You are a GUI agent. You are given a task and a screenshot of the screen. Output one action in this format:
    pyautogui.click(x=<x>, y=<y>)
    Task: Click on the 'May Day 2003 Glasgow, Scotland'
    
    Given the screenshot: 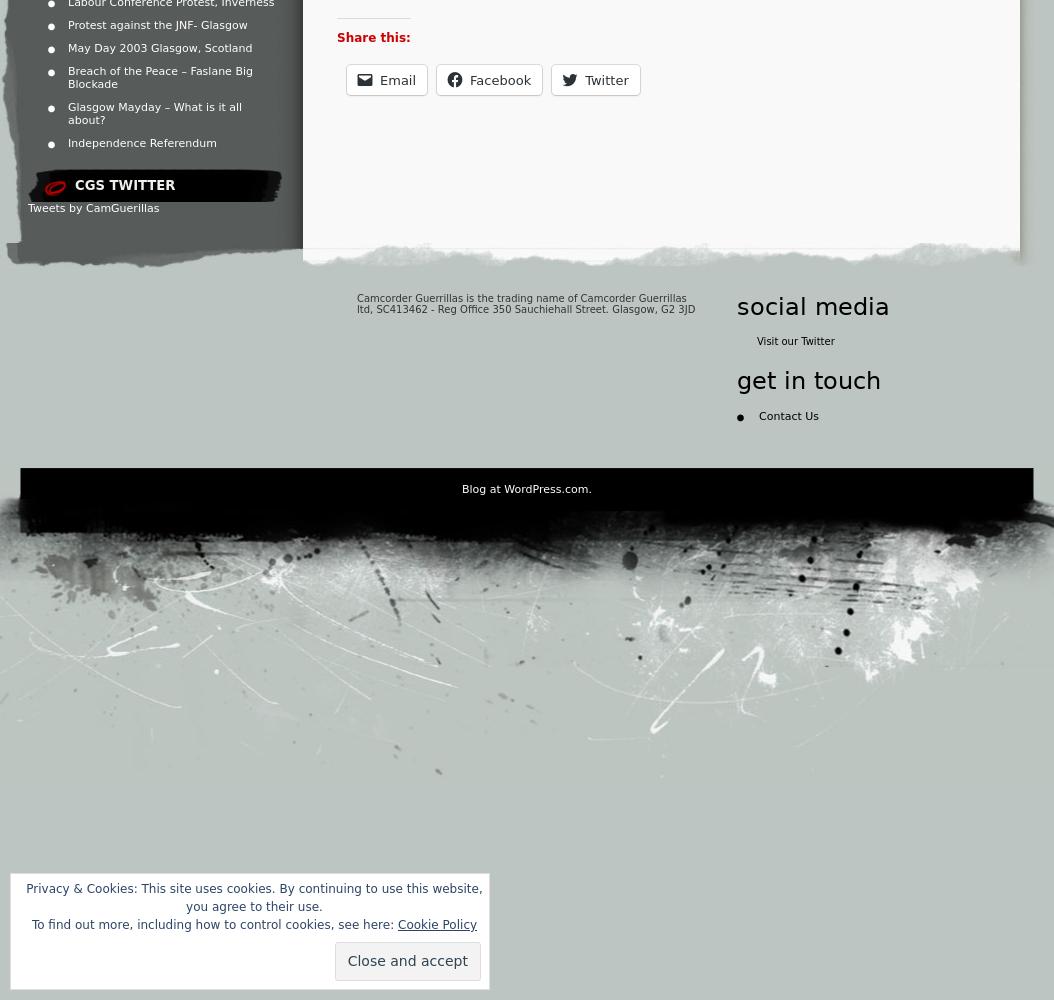 What is the action you would take?
    pyautogui.click(x=158, y=48)
    